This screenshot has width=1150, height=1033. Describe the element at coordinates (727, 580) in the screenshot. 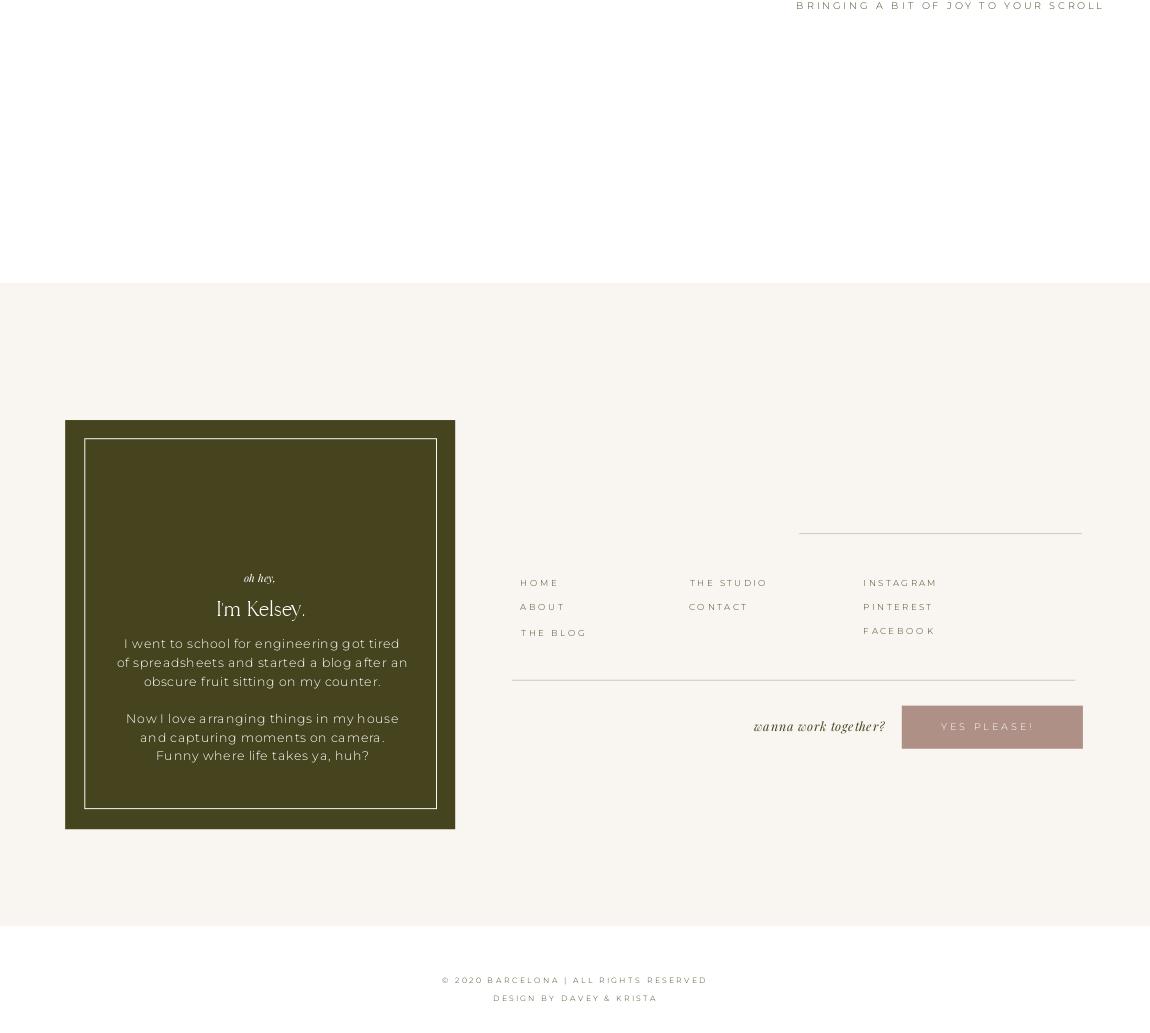

I see `'THE STUDIO'` at that location.